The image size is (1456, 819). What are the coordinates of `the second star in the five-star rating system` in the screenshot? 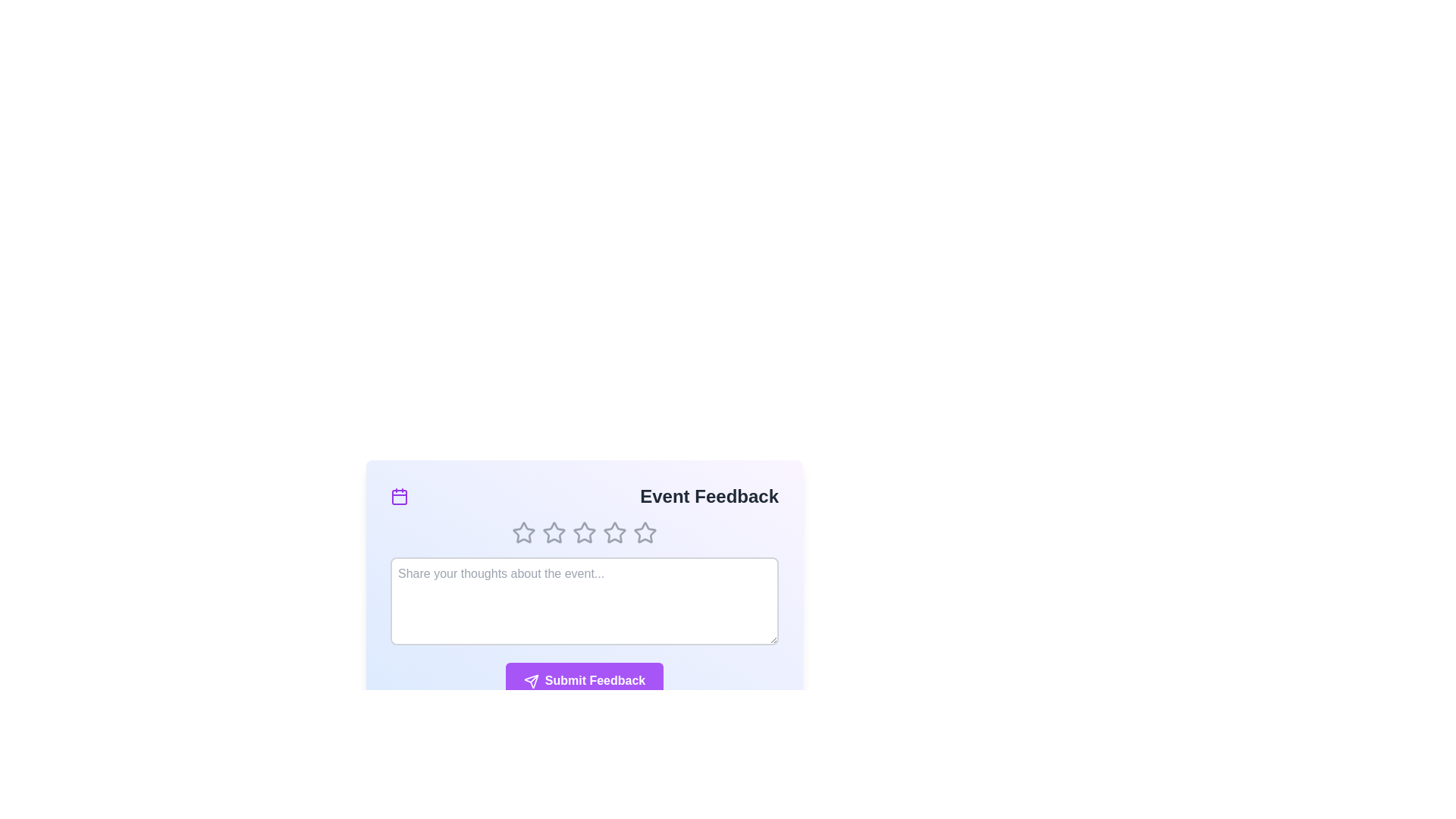 It's located at (615, 532).